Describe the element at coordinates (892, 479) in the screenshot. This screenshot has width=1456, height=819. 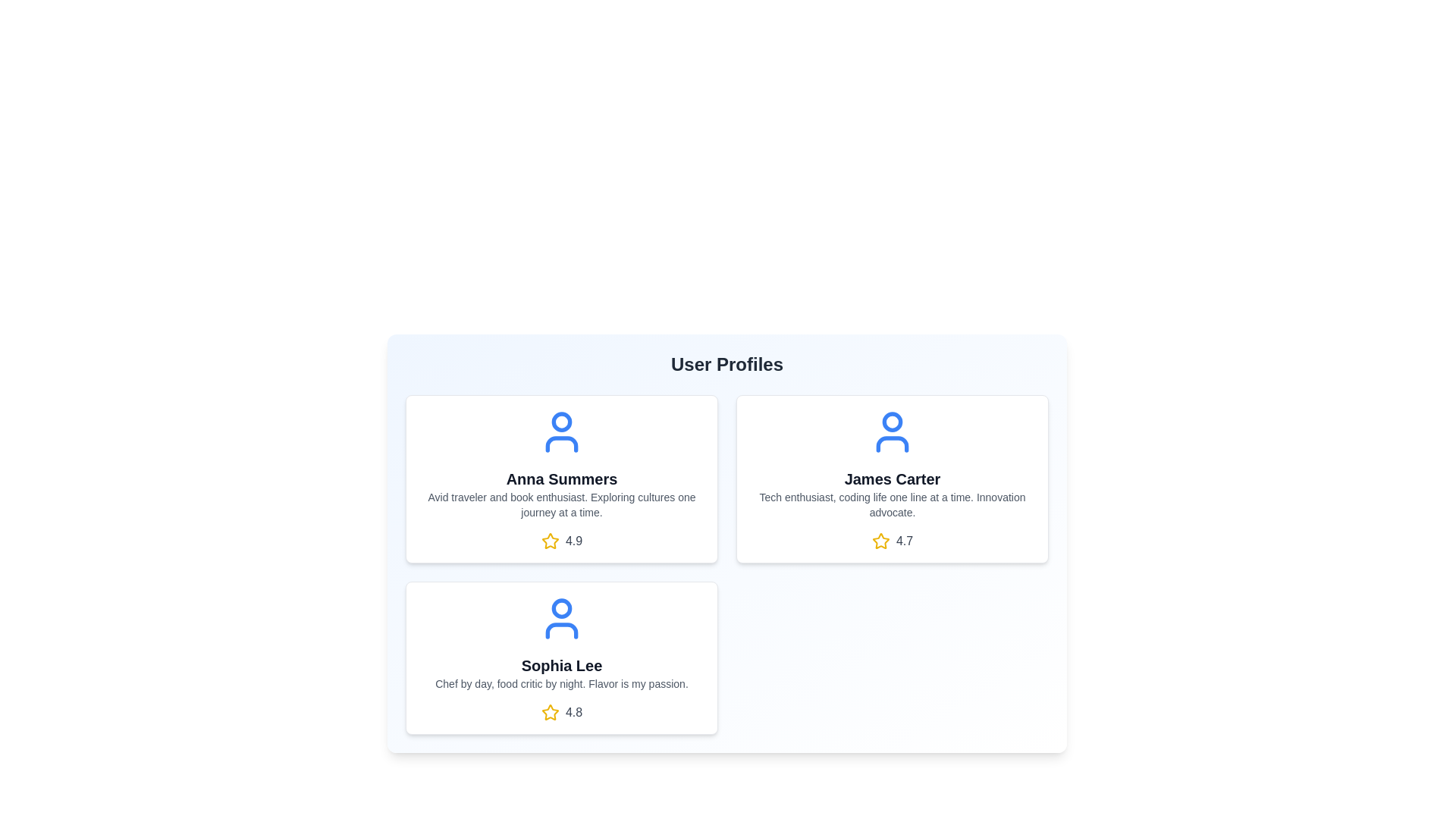
I see `the user name James Carter` at that location.